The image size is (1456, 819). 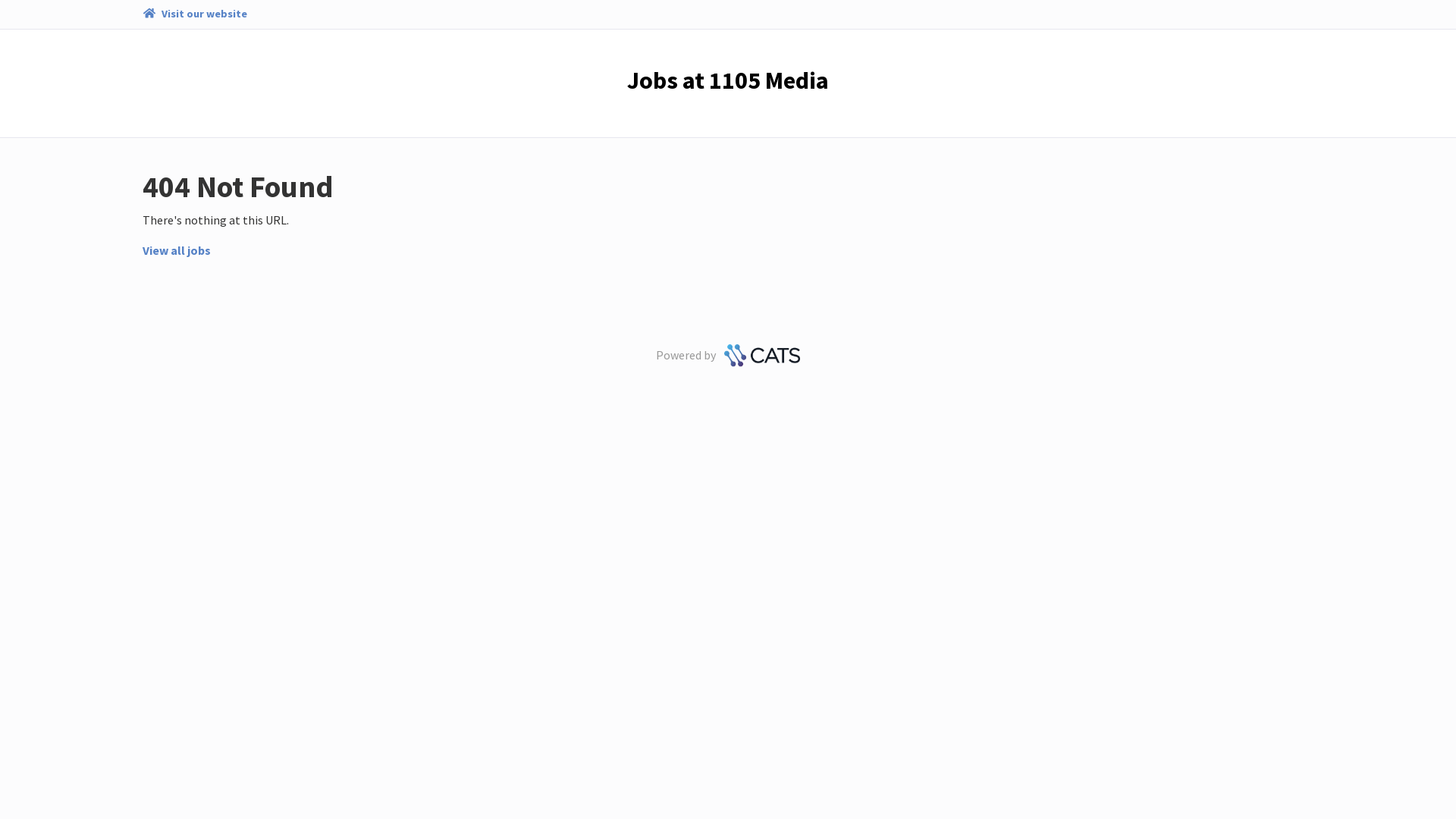 I want to click on 'Visit our website', so click(x=193, y=14).